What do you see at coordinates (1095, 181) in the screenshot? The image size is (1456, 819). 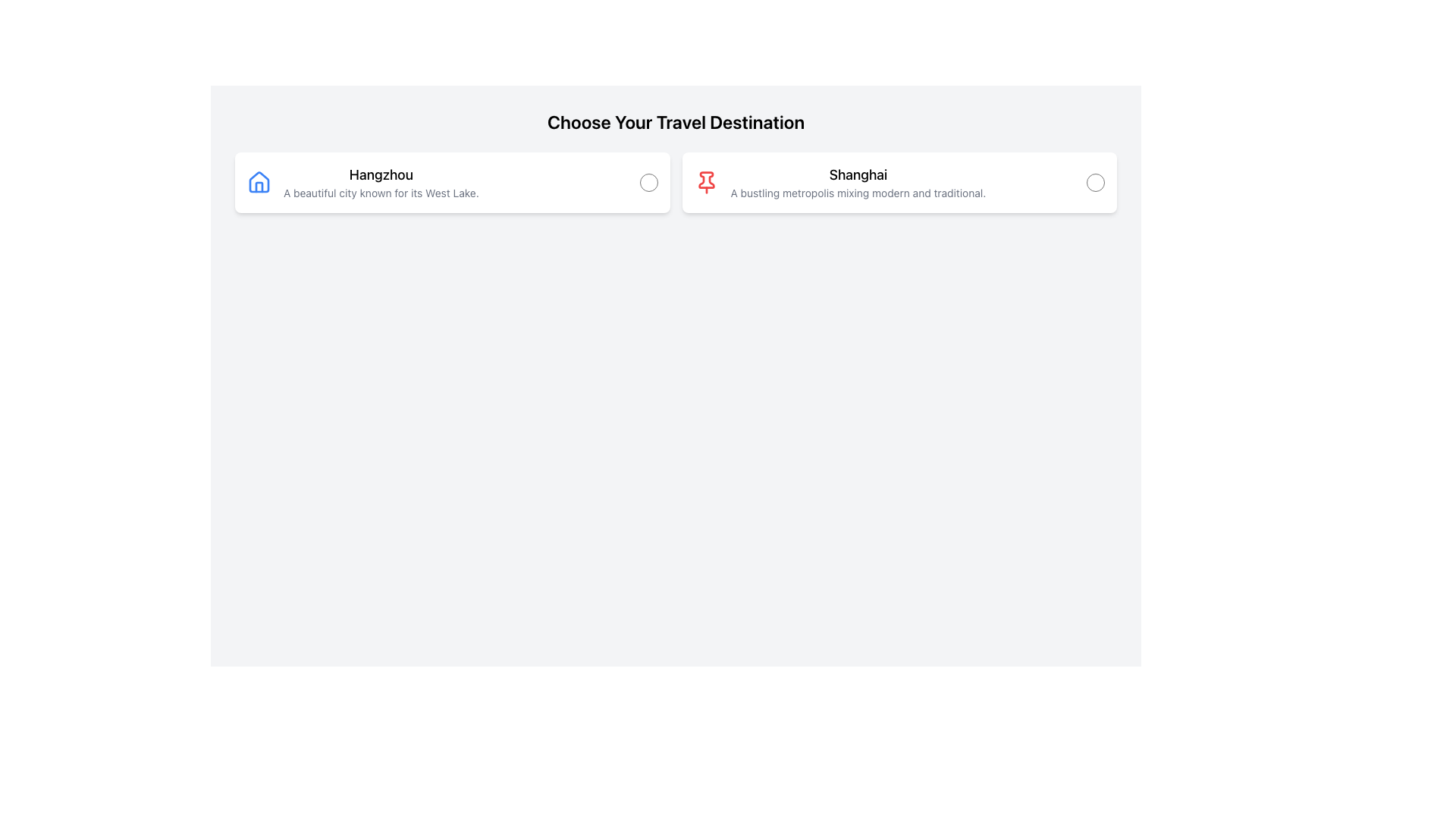 I see `the blue circular radio button located to the far right of the 'Shanghai' section` at bounding box center [1095, 181].